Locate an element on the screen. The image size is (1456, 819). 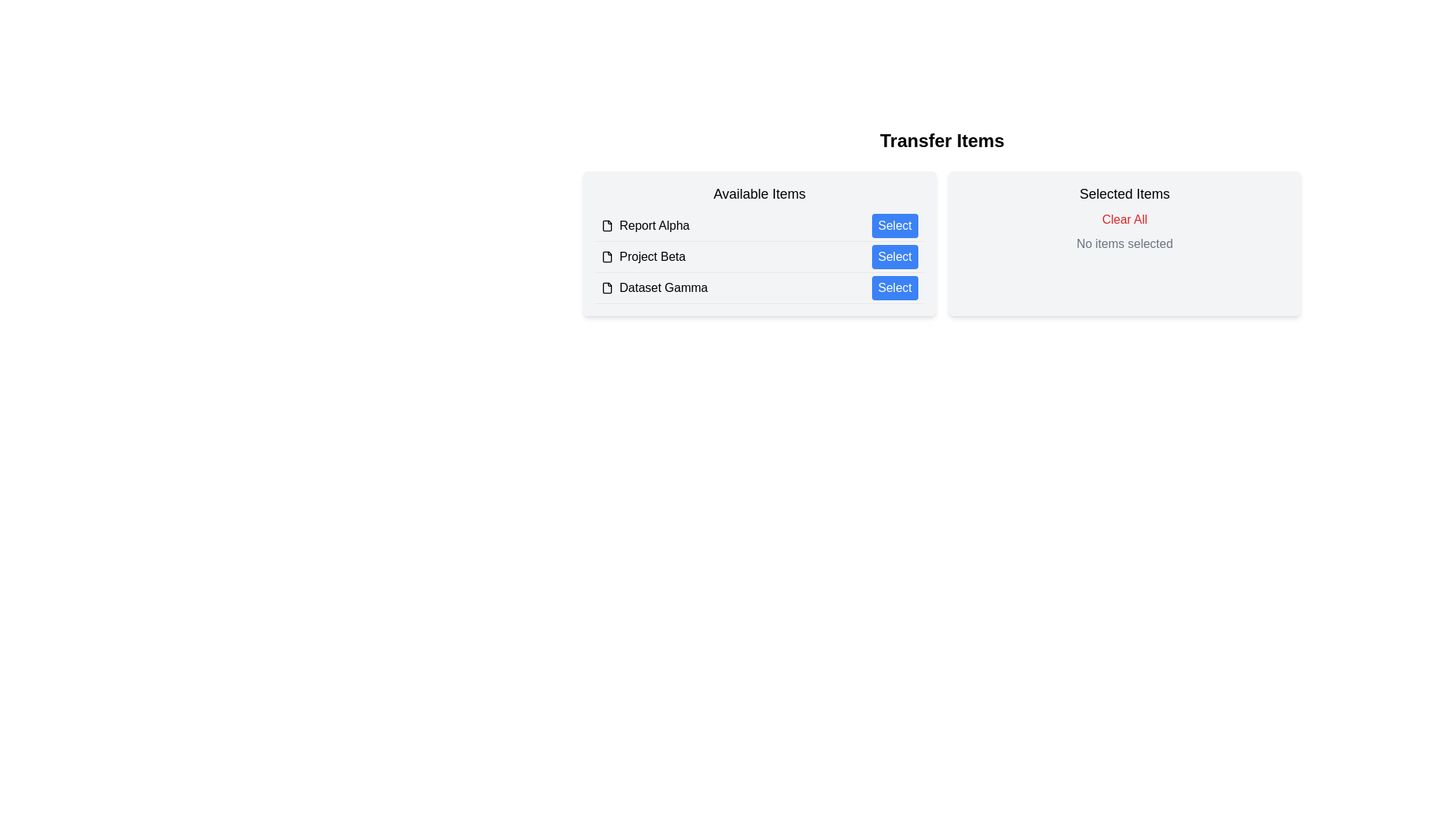
the document file icon located next to the text label 'Project Beta' in the 'Available Items' section is located at coordinates (607, 256).